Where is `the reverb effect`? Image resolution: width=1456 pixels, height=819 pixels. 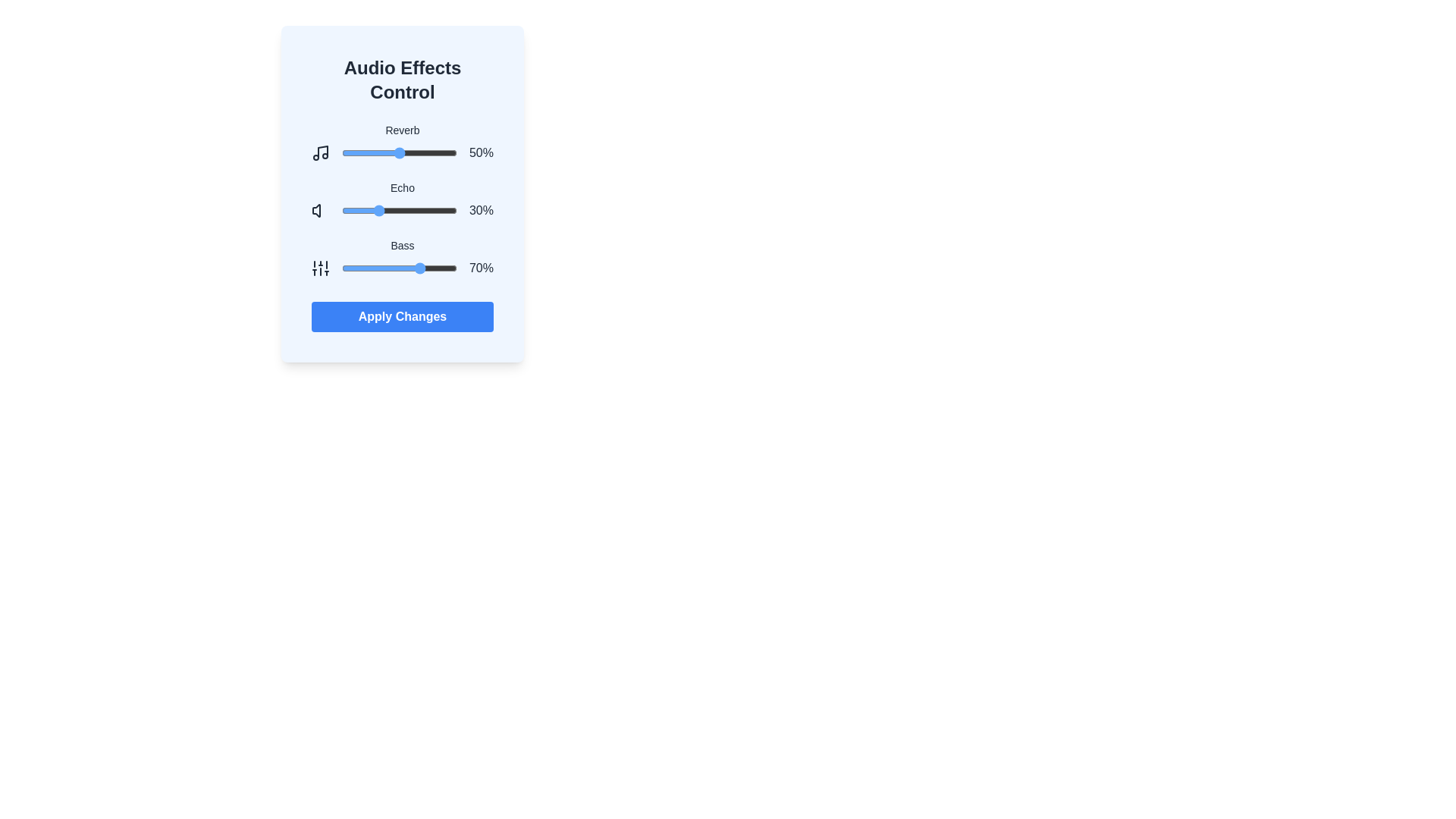
the reverb effect is located at coordinates (353, 152).